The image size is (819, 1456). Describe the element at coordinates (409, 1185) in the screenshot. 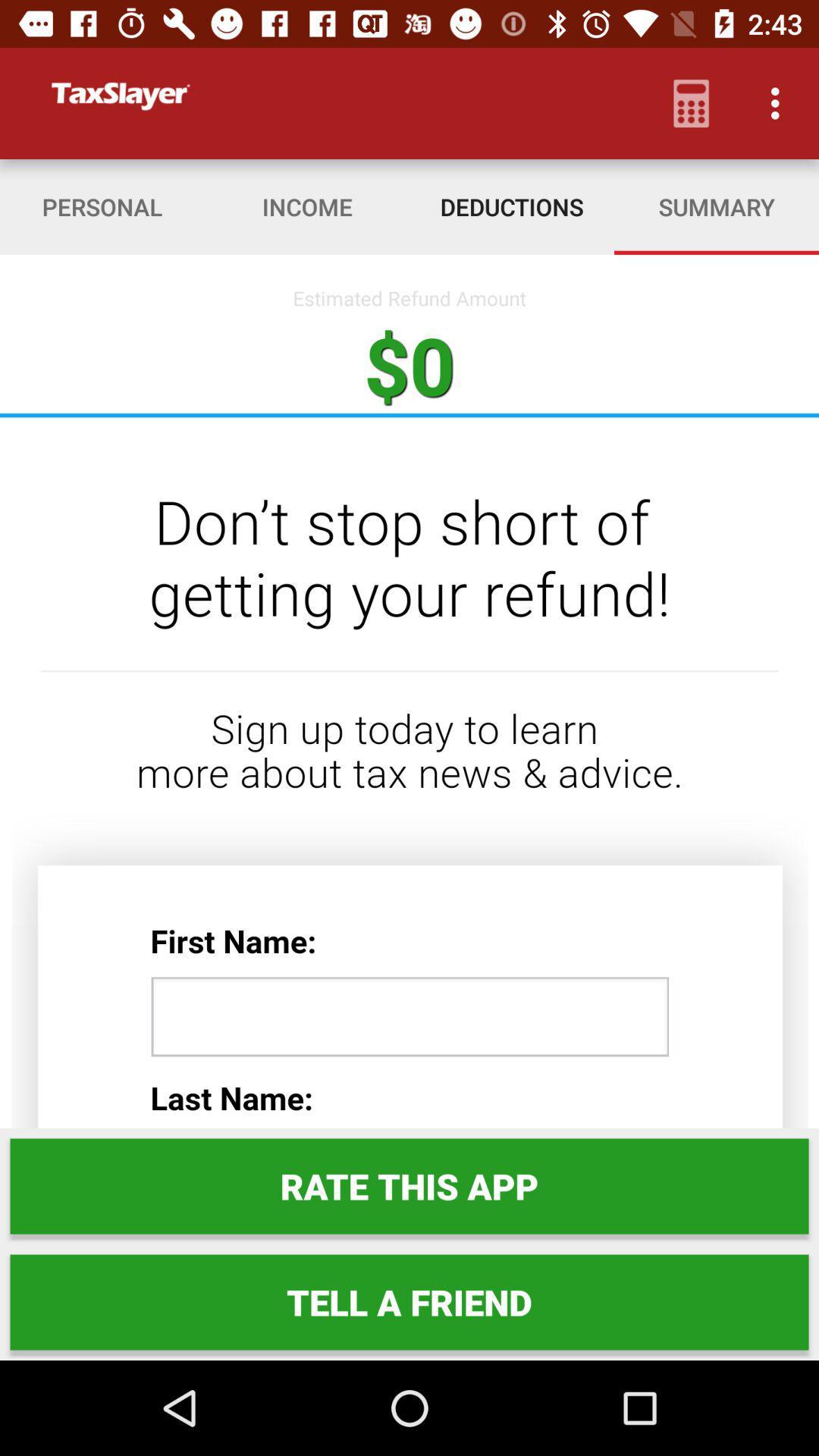

I see `icon above tell a friend item` at that location.